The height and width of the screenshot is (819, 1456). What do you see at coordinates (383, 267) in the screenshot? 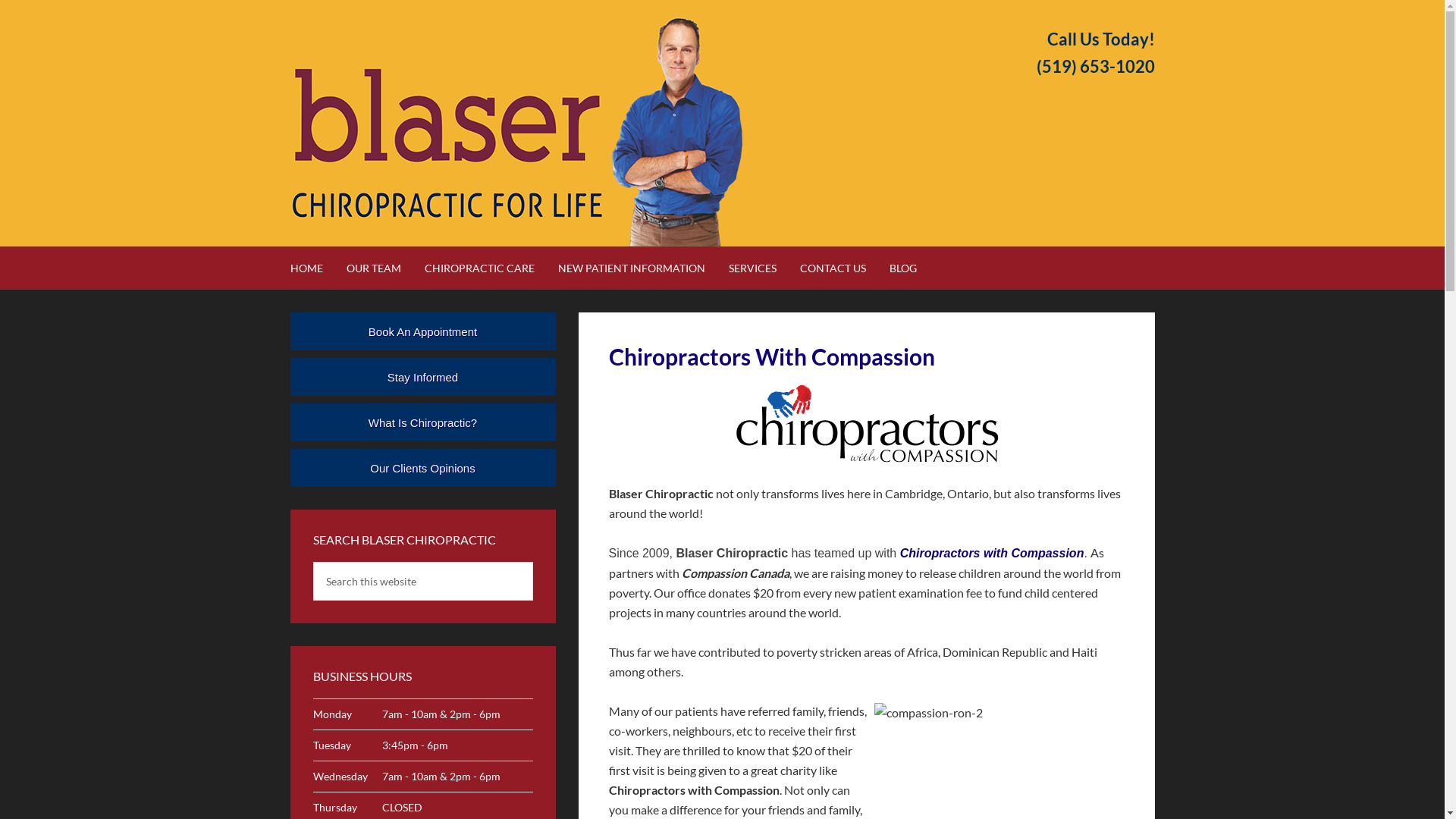
I see `'OUR TEAM'` at bounding box center [383, 267].